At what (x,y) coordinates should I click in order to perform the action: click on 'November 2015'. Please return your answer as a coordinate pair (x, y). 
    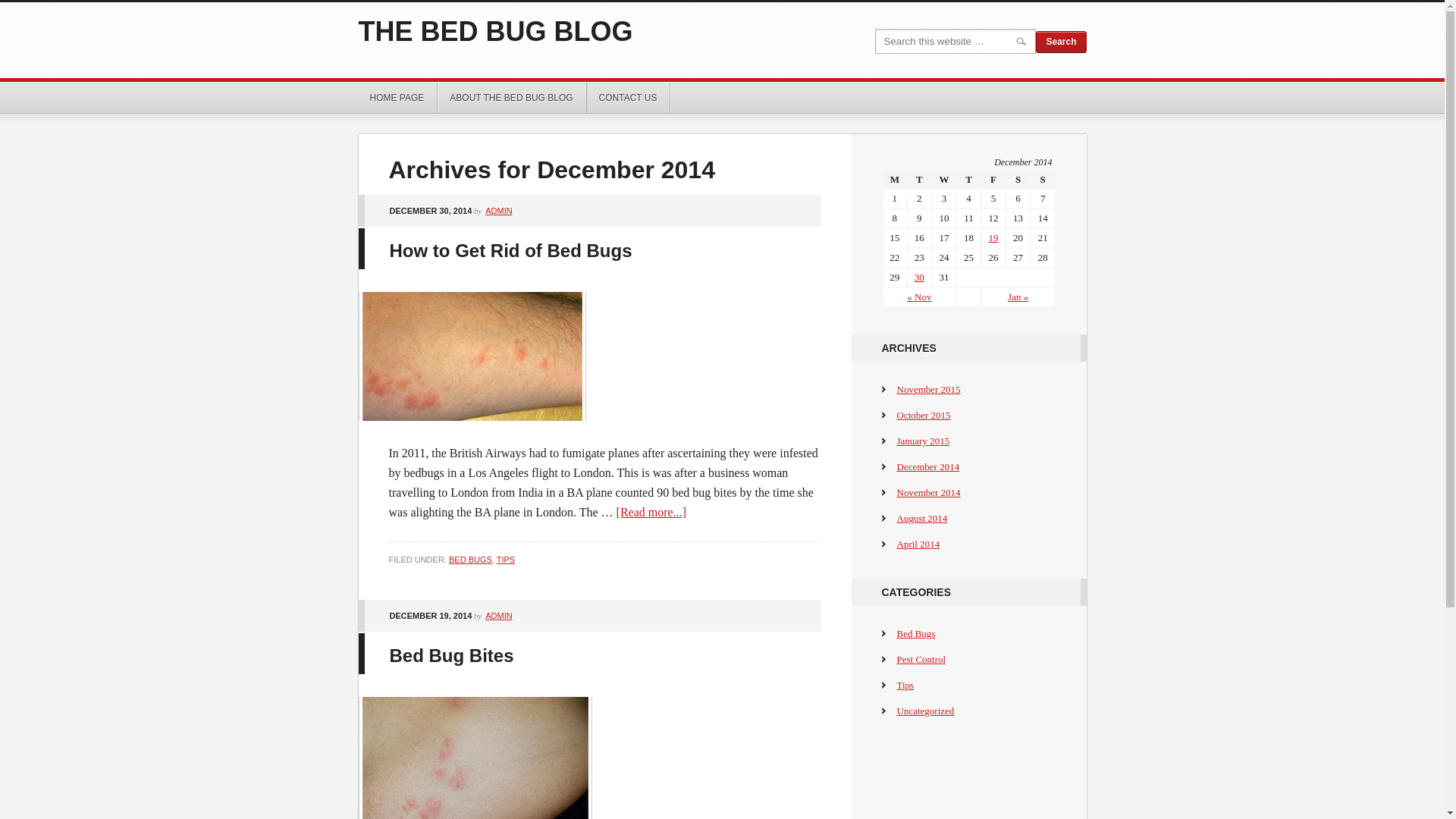
    Looking at the image, I should click on (927, 388).